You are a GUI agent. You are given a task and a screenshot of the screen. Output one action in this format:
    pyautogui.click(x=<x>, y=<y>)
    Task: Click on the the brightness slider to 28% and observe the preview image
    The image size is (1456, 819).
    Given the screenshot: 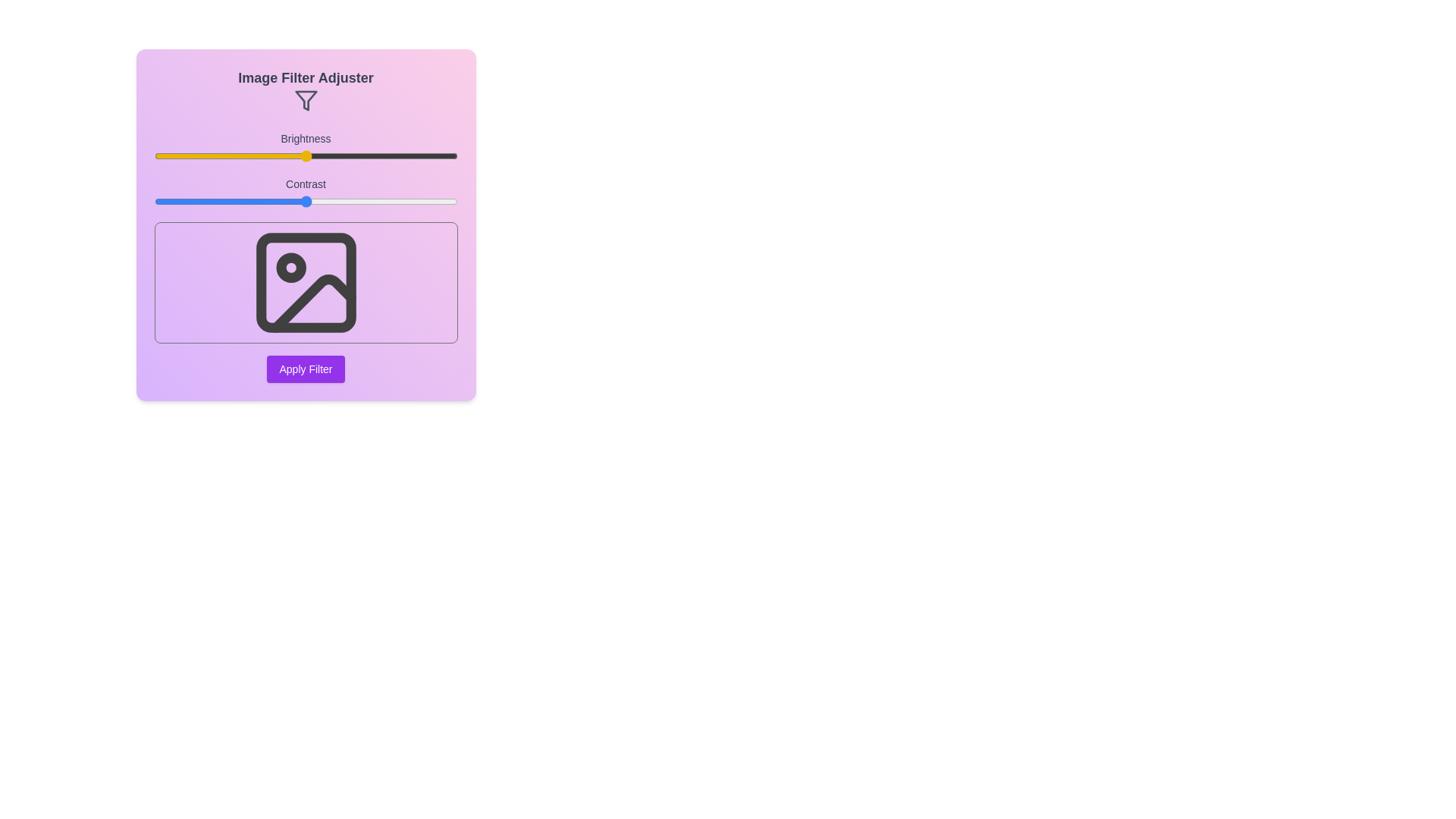 What is the action you would take?
    pyautogui.click(x=238, y=155)
    